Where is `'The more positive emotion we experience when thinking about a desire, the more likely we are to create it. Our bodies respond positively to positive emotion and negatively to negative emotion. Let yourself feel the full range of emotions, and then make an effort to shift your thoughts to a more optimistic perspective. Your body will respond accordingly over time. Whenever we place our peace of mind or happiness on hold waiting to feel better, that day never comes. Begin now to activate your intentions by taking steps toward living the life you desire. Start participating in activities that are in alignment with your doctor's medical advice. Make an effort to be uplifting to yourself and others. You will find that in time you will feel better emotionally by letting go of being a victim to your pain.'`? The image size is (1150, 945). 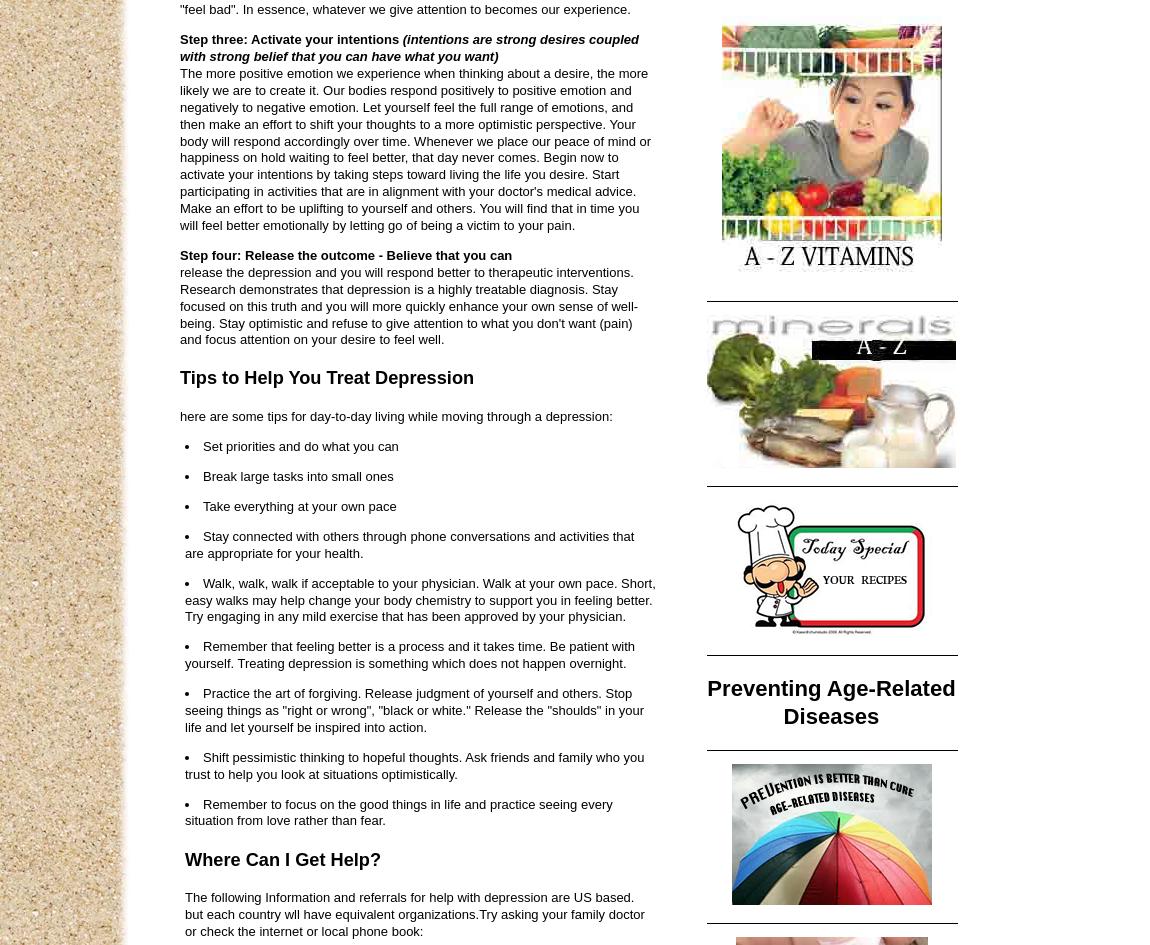 'The more positive emotion we experience when thinking about a desire, the more likely we are to create it. Our bodies respond positively to positive emotion and negatively to negative emotion. Let yourself feel the full range of emotions, and then make an effort to shift your thoughts to a more optimistic perspective. Your body will respond accordingly over time. Whenever we place our peace of mind or happiness on hold waiting to feel better, that day never comes. Begin now to activate your intentions by taking steps toward living the life you desire. Start participating in activities that are in alignment with your doctor's medical advice. Make an effort to be uplifting to yourself and others. You will find that in time you will feel better emotionally by letting go of being a victim to your pain.' is located at coordinates (415, 149).